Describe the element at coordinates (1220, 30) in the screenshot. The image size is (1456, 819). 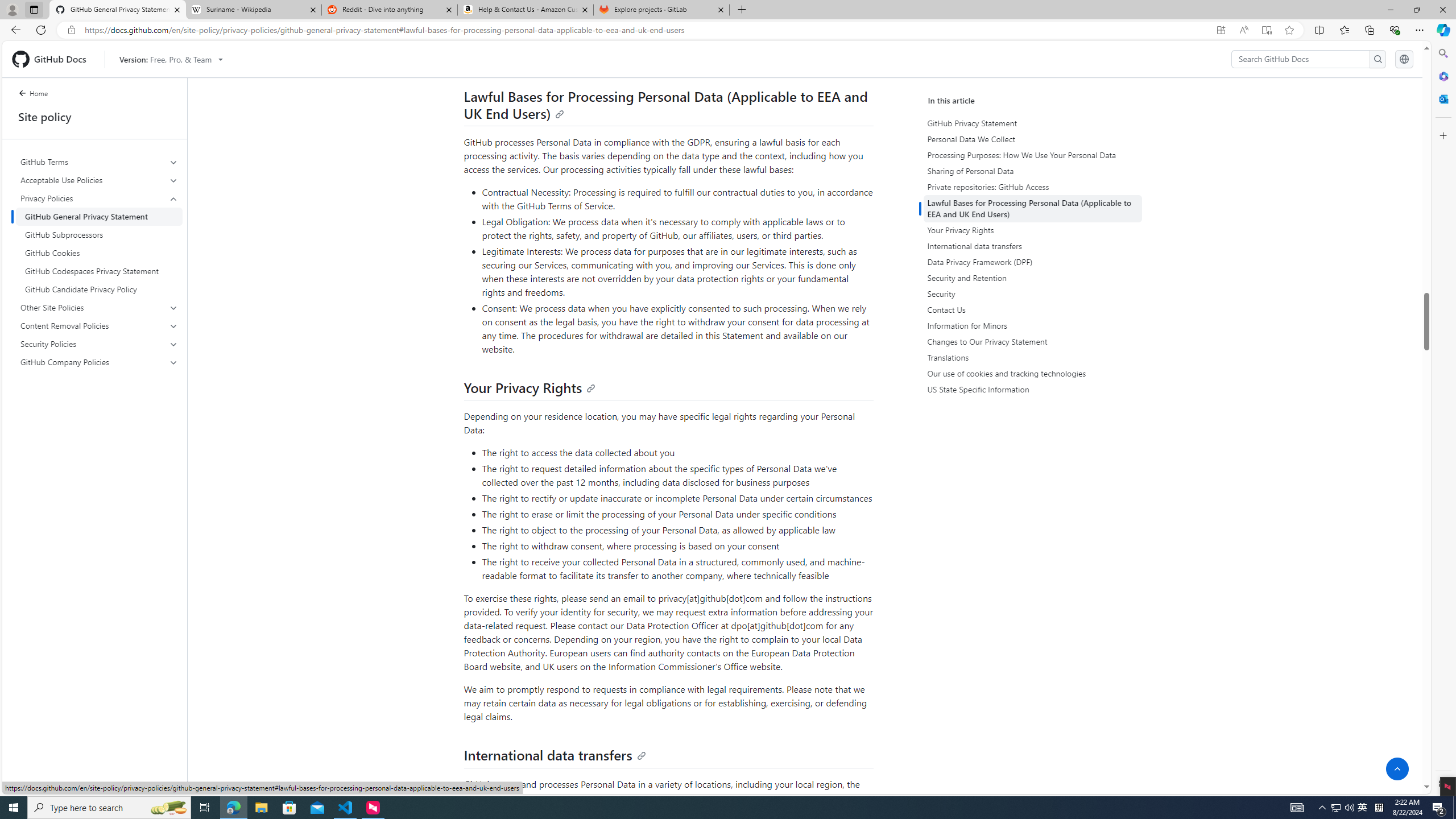
I see `'App available. Install GitHub Docs'` at that location.